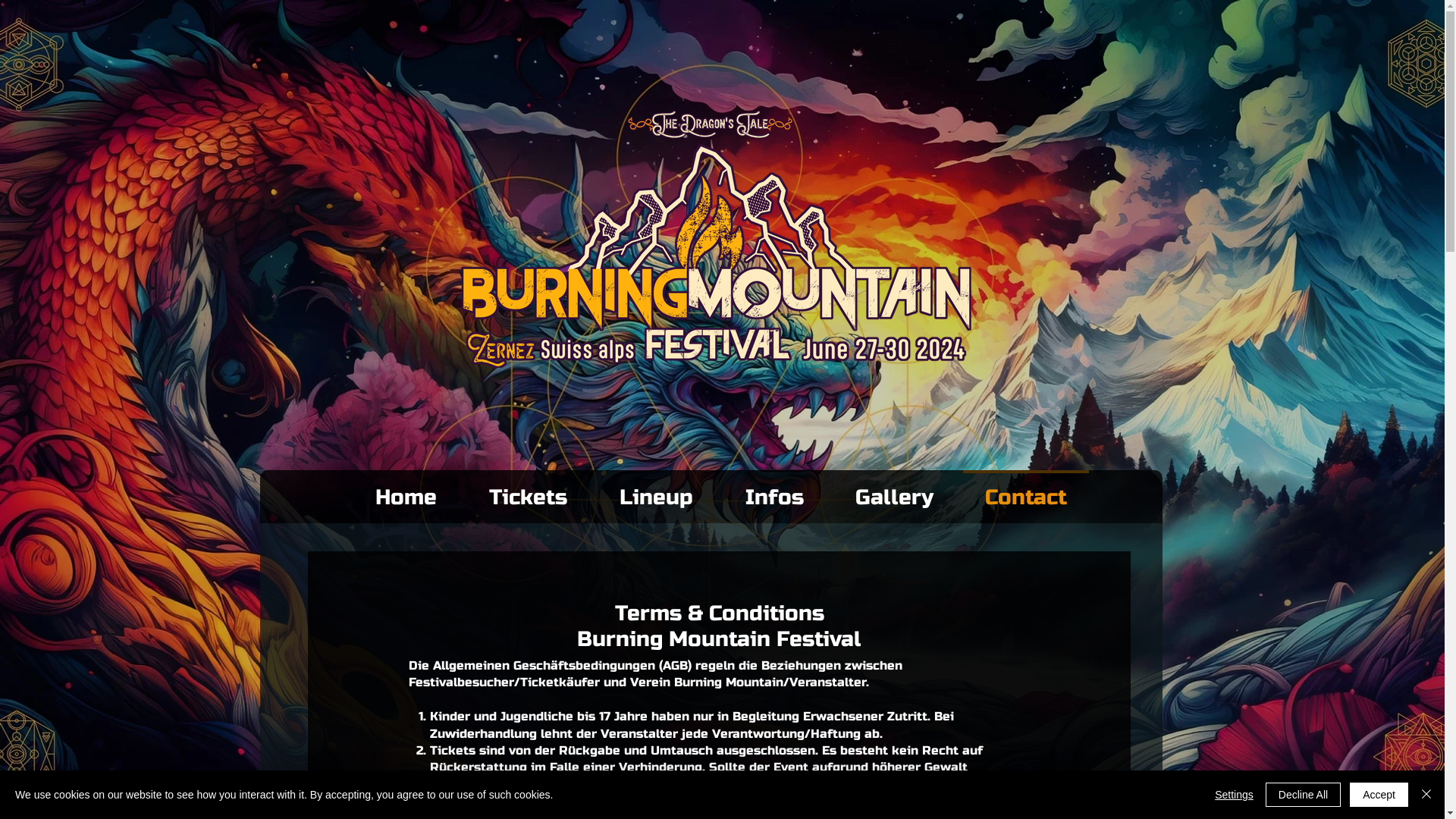 Image resolution: width=1456 pixels, height=819 pixels. What do you see at coordinates (894, 491) in the screenshot?
I see `'Gallery'` at bounding box center [894, 491].